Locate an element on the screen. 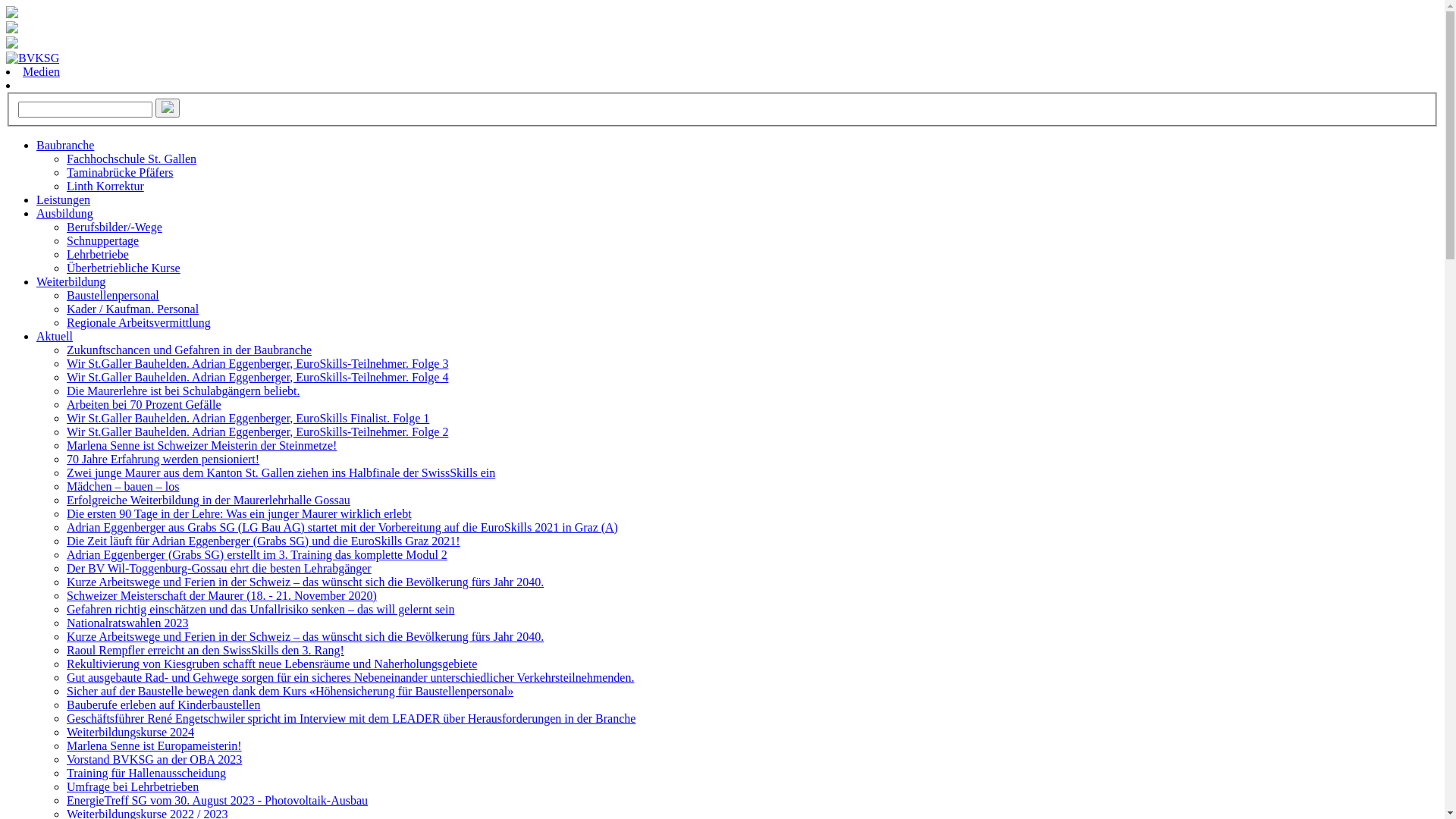  'Marlena Senne ist Europameisterin!' is located at coordinates (65, 745).